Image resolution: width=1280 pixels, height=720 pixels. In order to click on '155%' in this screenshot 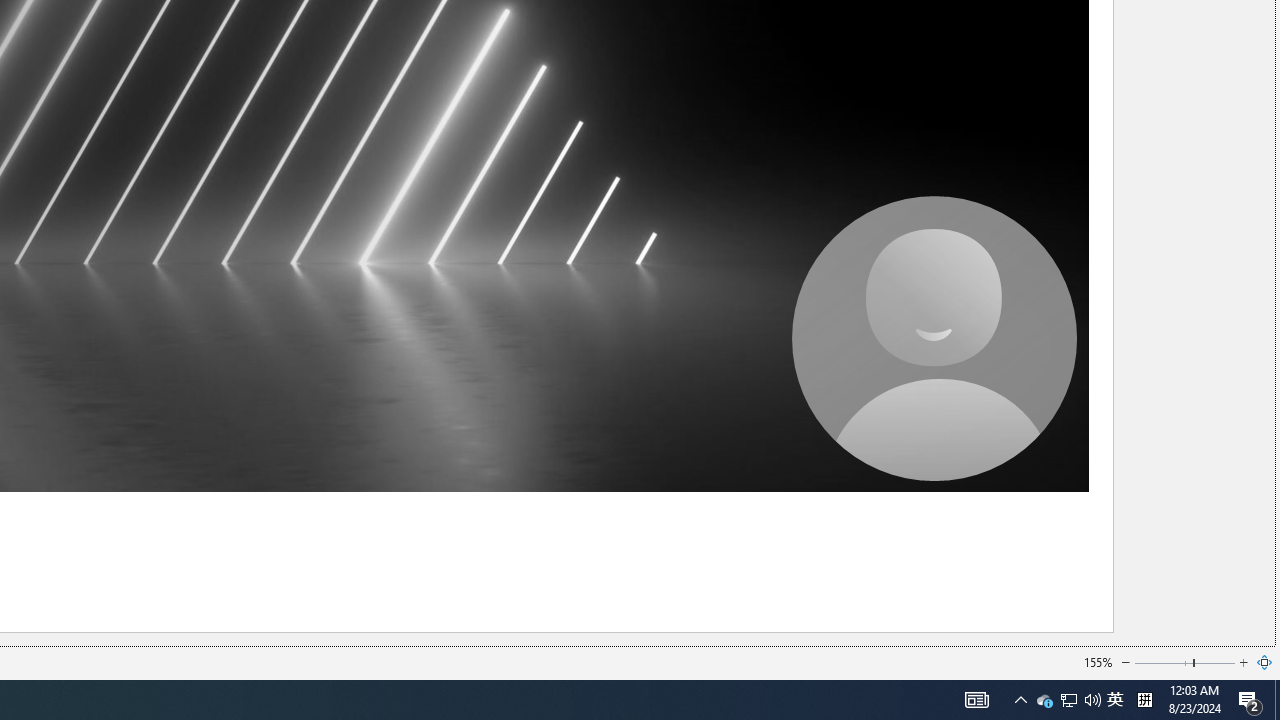, I will do `click(1097, 662)`.